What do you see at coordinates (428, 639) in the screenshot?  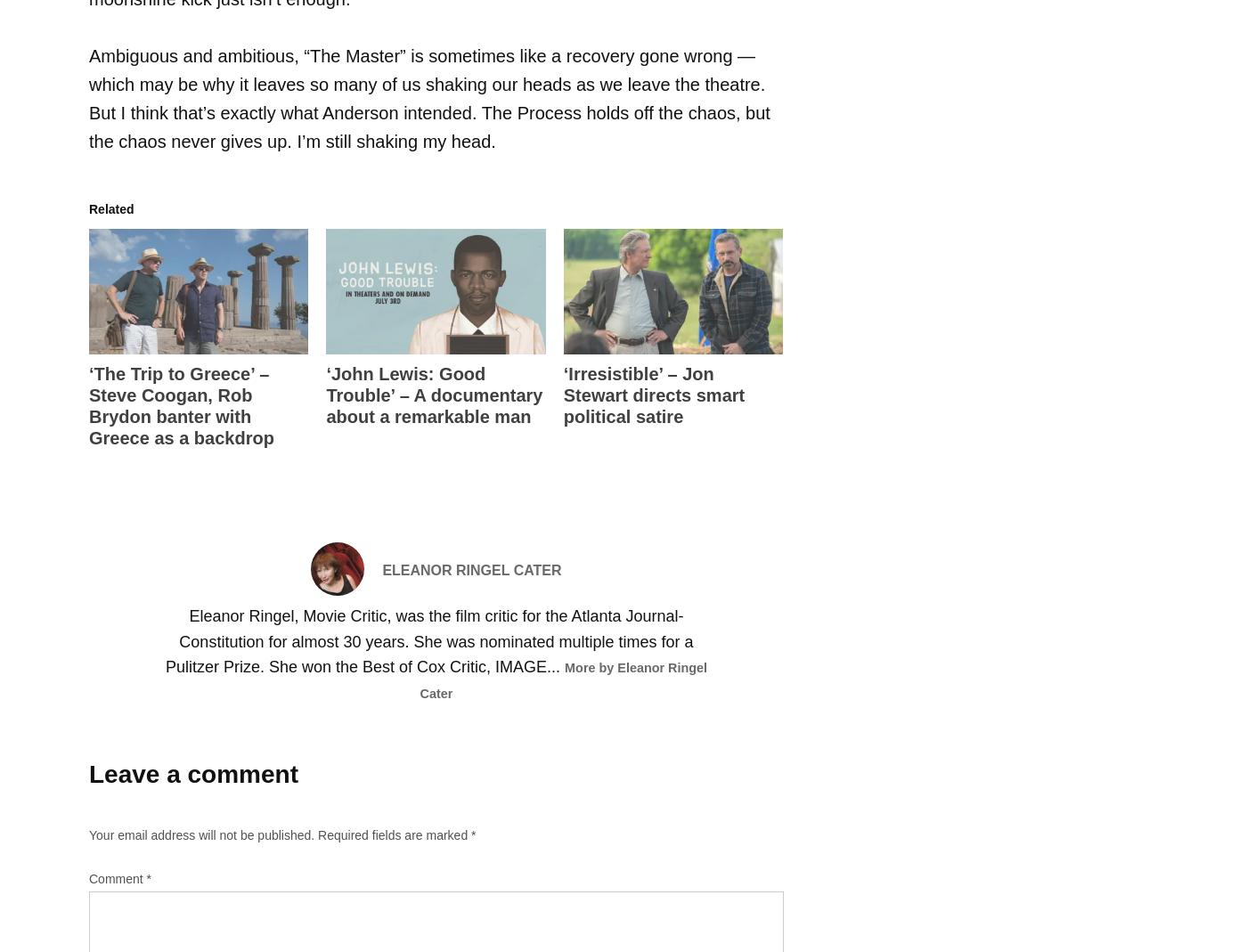 I see `'Eleanor Ringel, Movie Critic, was the film critic for the Atlanta Journal-Constitution for almost 30 years. She was nominated multiple times for a Pulitzer Prize. She won the Best of Cox Critic, IMAGE...'` at bounding box center [428, 639].